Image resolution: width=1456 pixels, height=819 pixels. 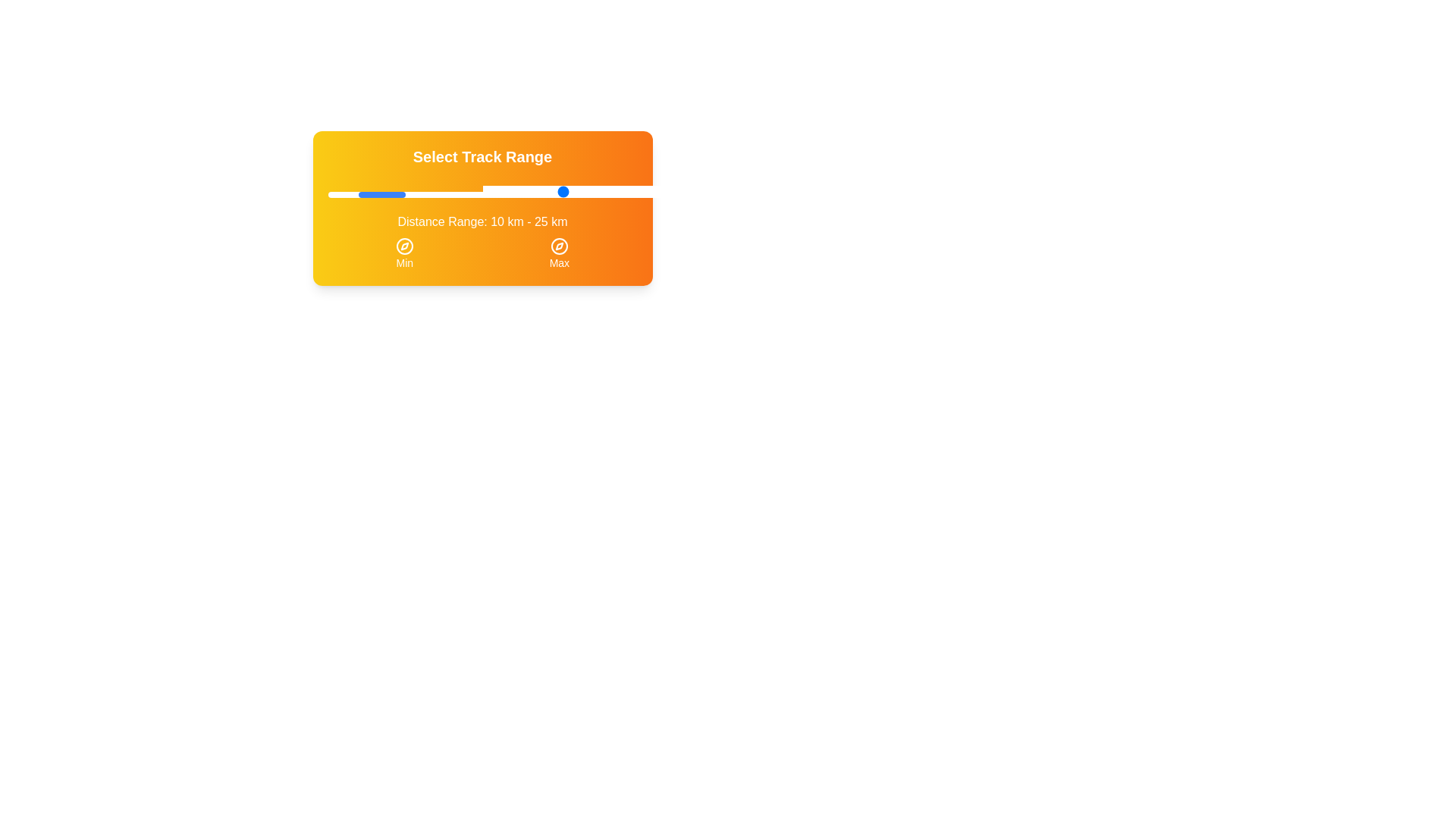 What do you see at coordinates (482, 222) in the screenshot?
I see `the label that displays the currently selected distance range, positioned below the progress bar and above the controls labeled 'Min' and 'Max'` at bounding box center [482, 222].